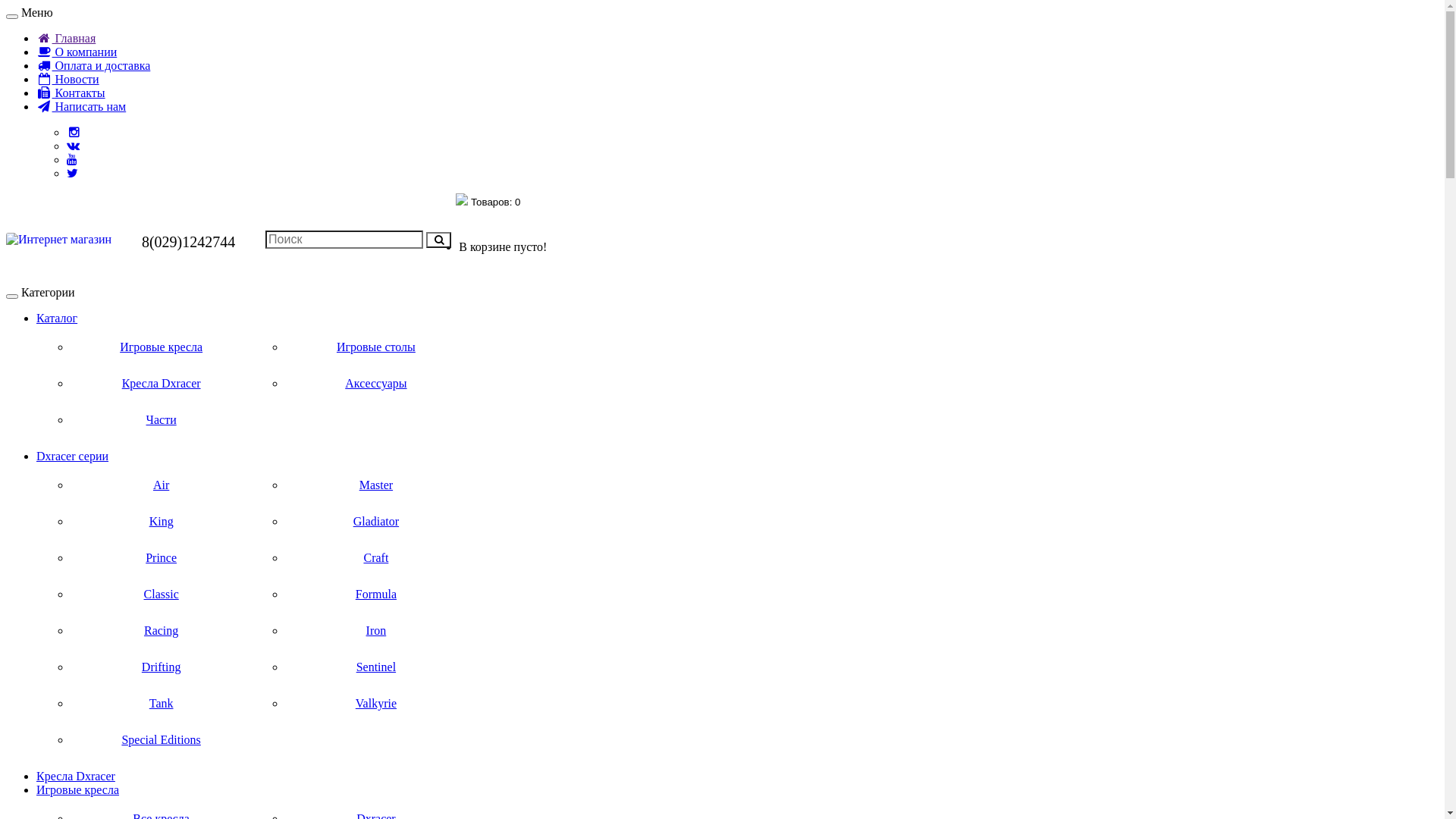 The height and width of the screenshot is (819, 1456). I want to click on 'Special Editions', so click(161, 739).